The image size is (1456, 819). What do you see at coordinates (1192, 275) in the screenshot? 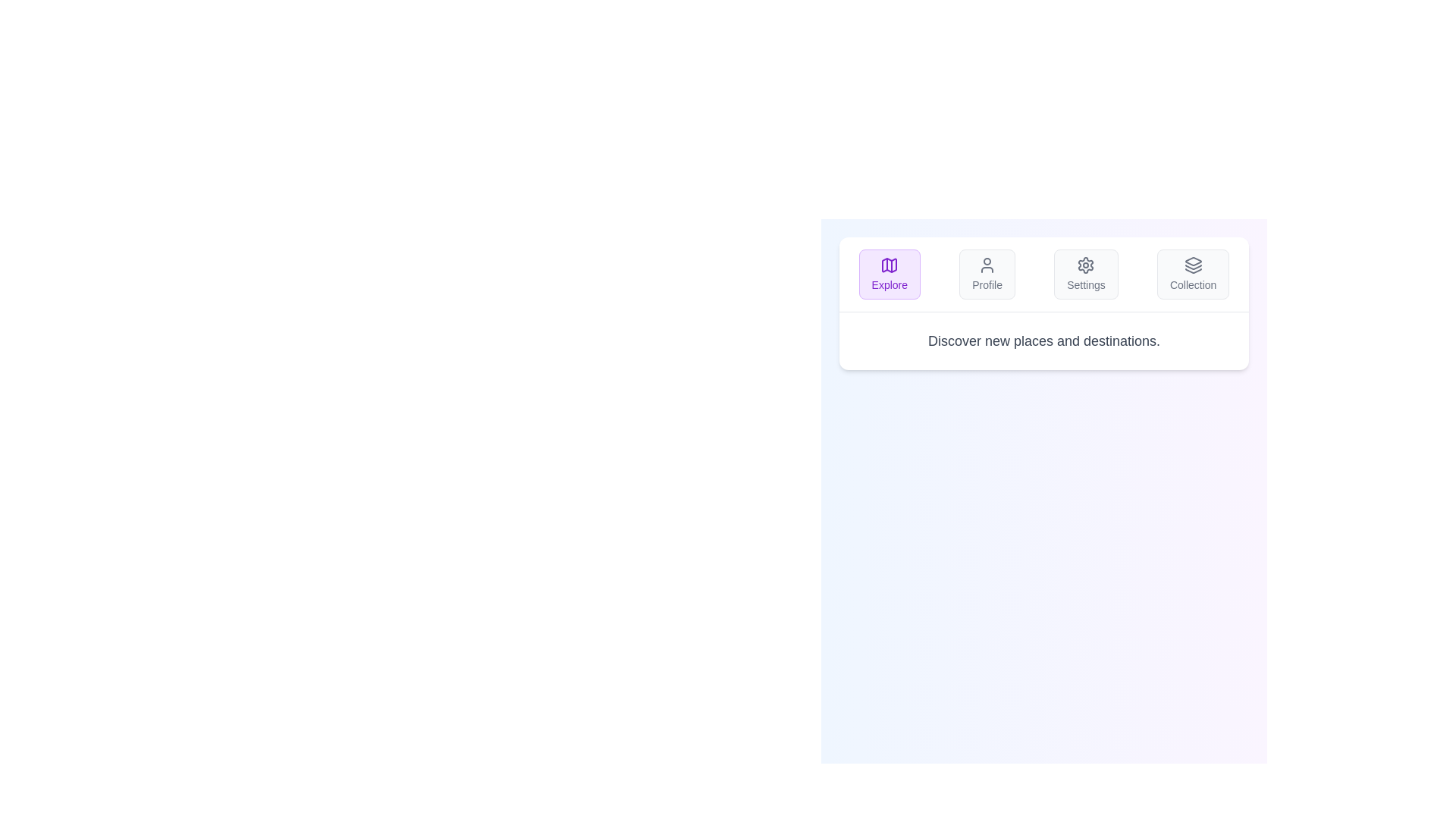
I see `the 'Collection' button, which is a vertically aligned button with a light gray background and an icon resembling stacked layers, positioned as the fourth button in a horizontal list of navigation buttons` at bounding box center [1192, 275].